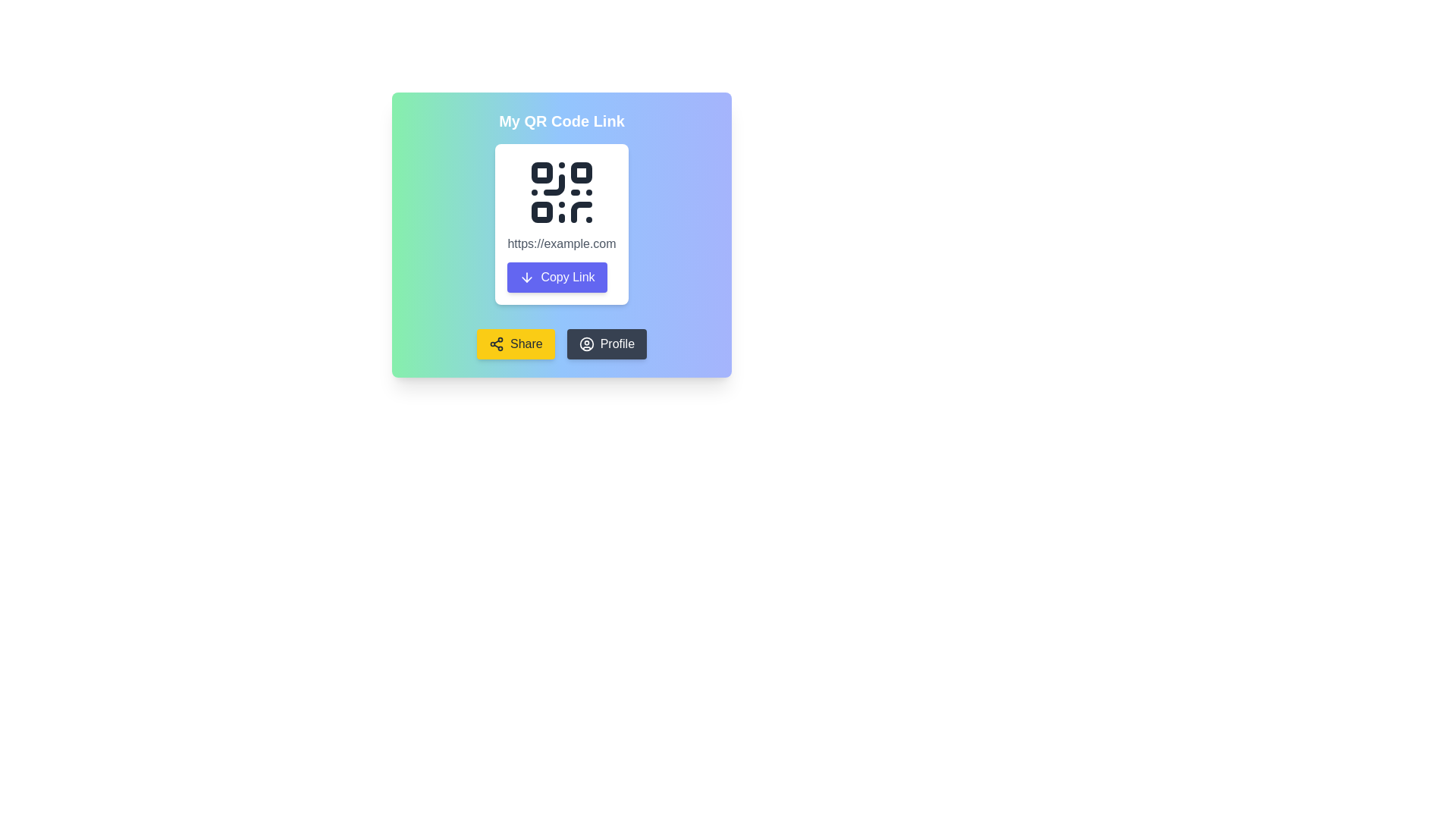 This screenshot has height=819, width=1456. Describe the element at coordinates (607, 344) in the screenshot. I see `the 'Profile' button, which has a dark gray background, white text, and a circular user icon` at that location.